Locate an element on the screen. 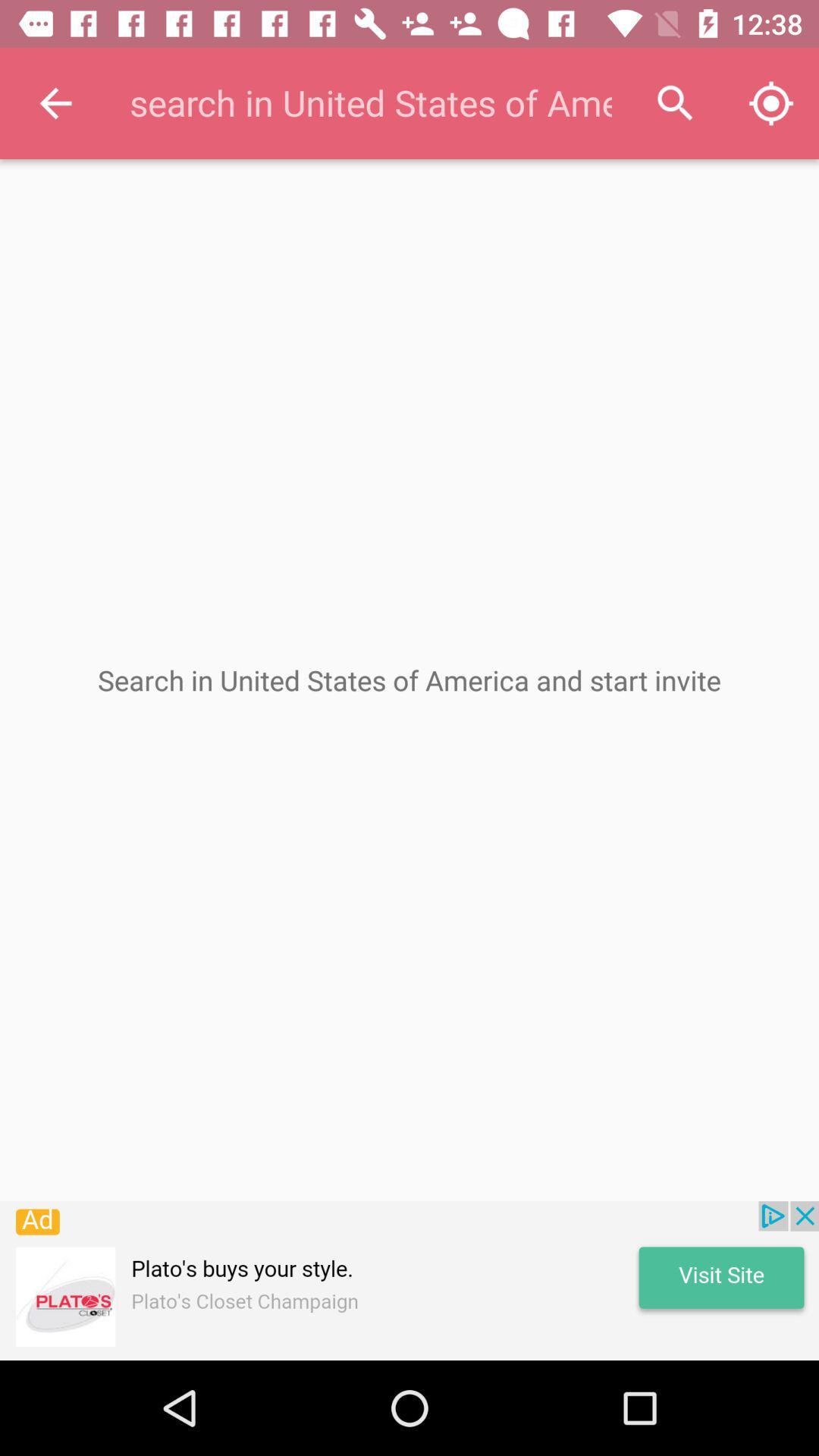 The width and height of the screenshot is (819, 1456). the advertisement is located at coordinates (409, 1280).